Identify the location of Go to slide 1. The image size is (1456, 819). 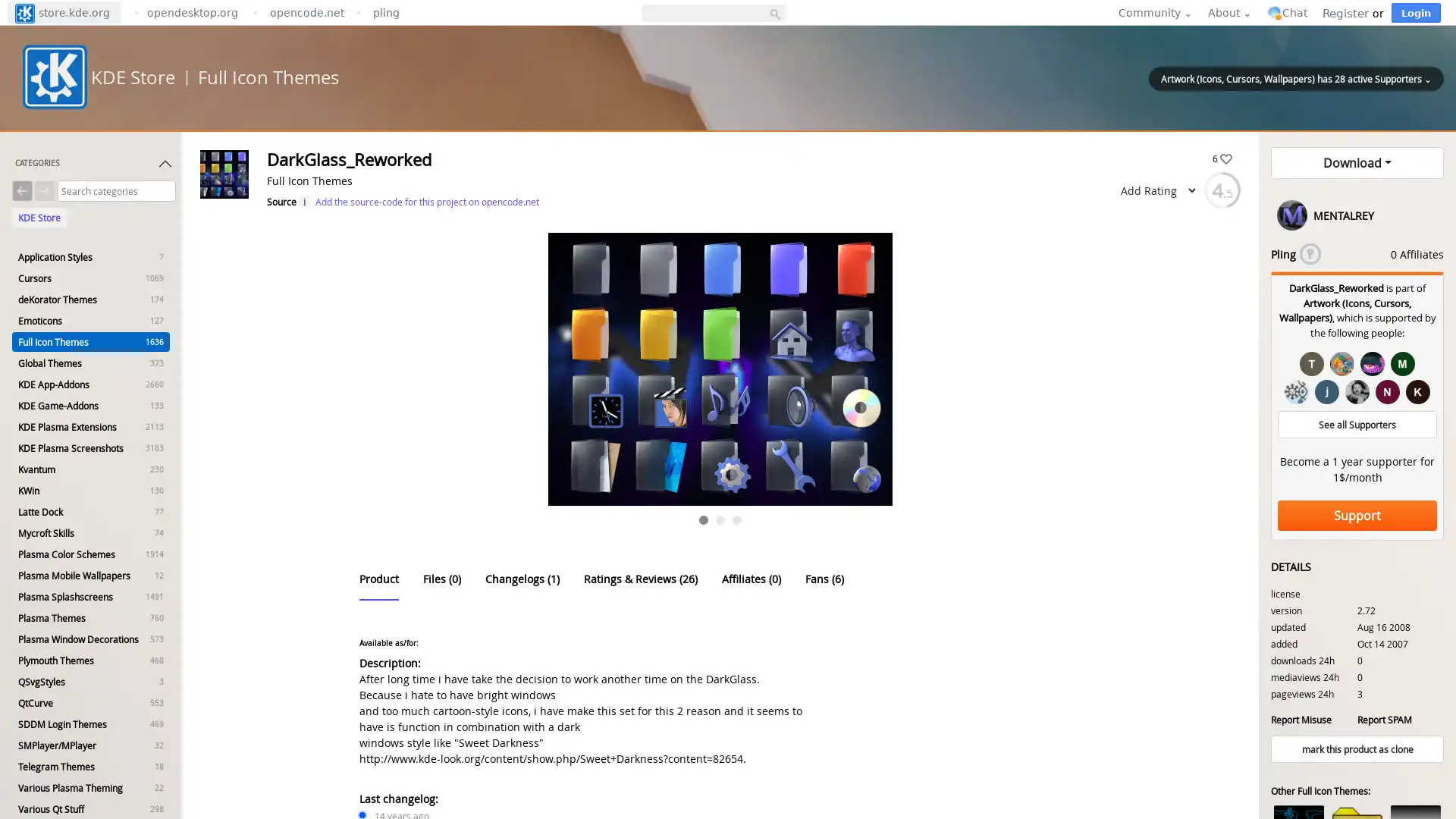
(702, 519).